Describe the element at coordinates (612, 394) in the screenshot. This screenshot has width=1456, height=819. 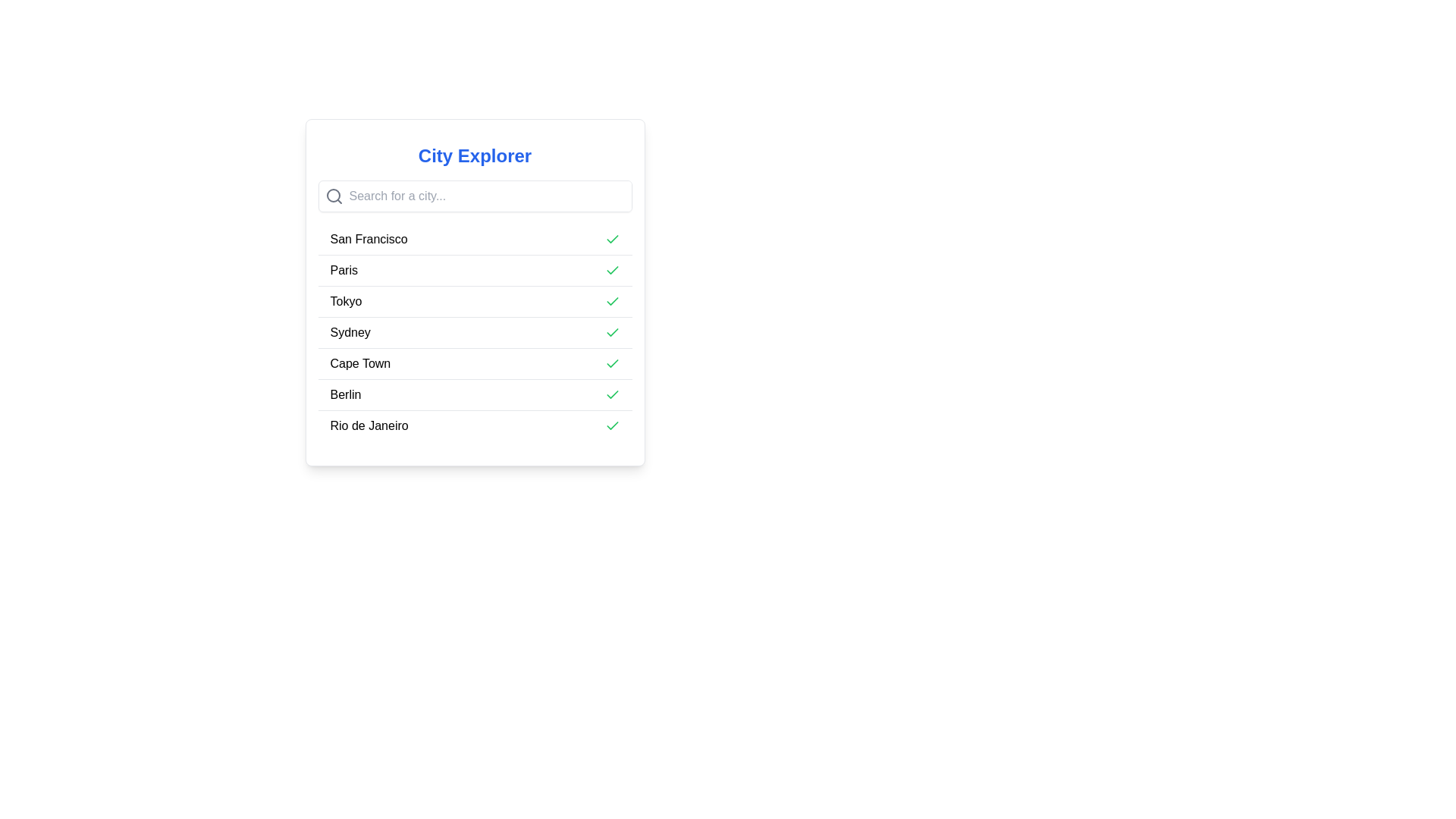
I see `the green checkmark icon associated with the label 'Berlin' in the 'City Explorer' application interface, located in the sixth row of the list` at that location.